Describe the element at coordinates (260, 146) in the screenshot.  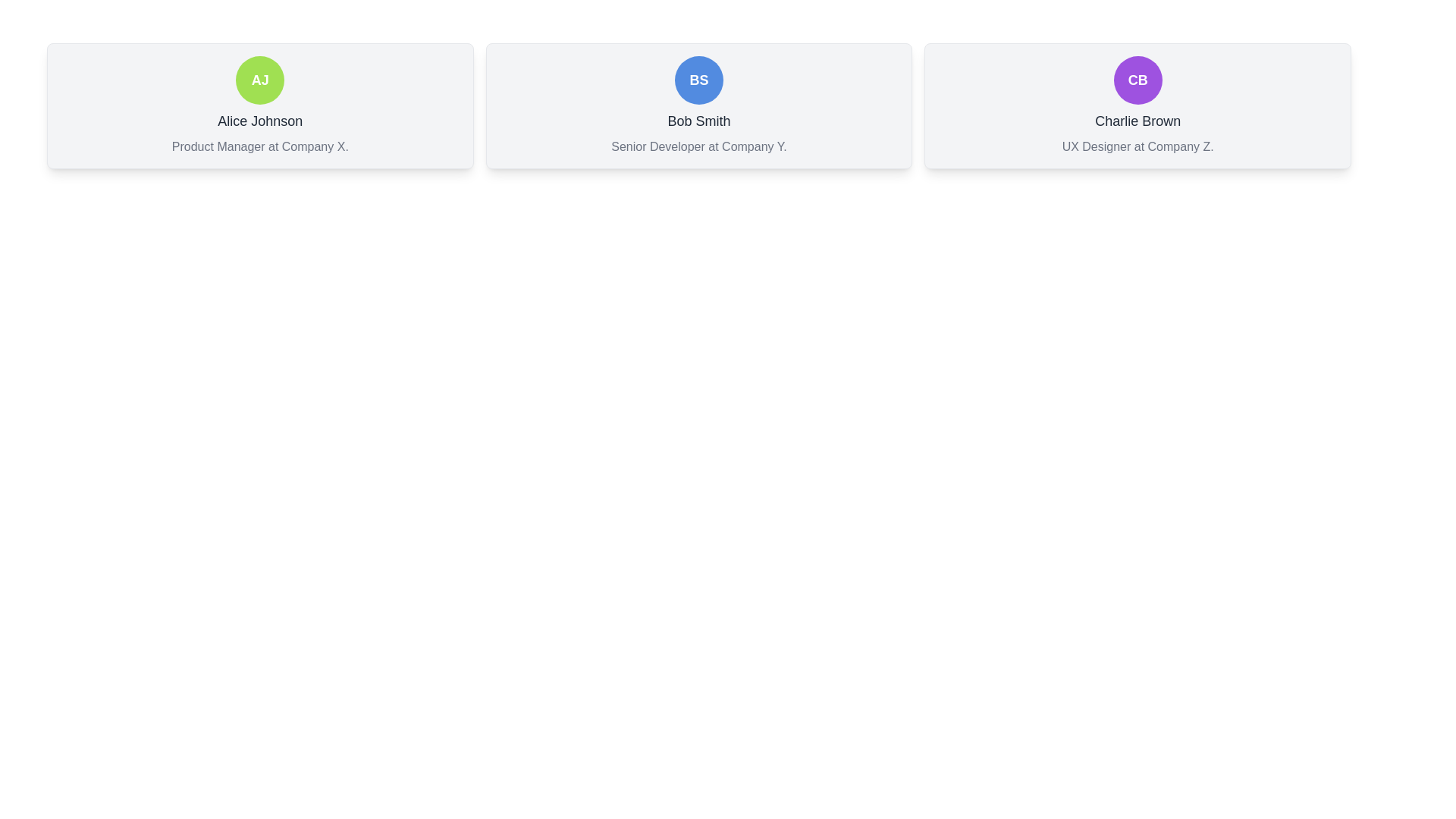
I see `the static text element that states 'Product Manager at Company X.' which is styled in gray color and centered alignment, located in the first card below 'Alice Johnson'` at that location.